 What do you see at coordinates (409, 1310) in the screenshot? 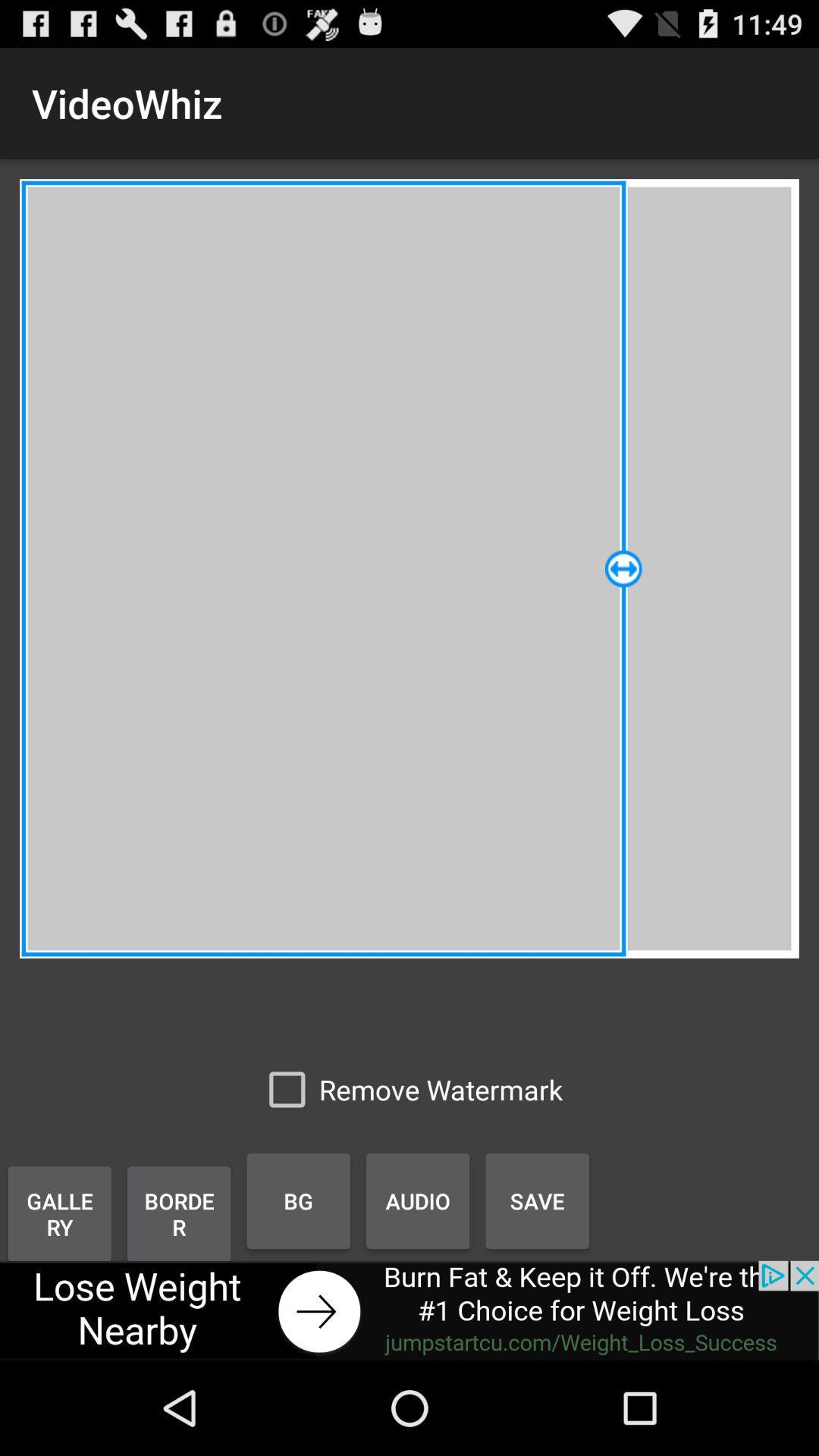
I see `visit advertiser website` at bounding box center [409, 1310].